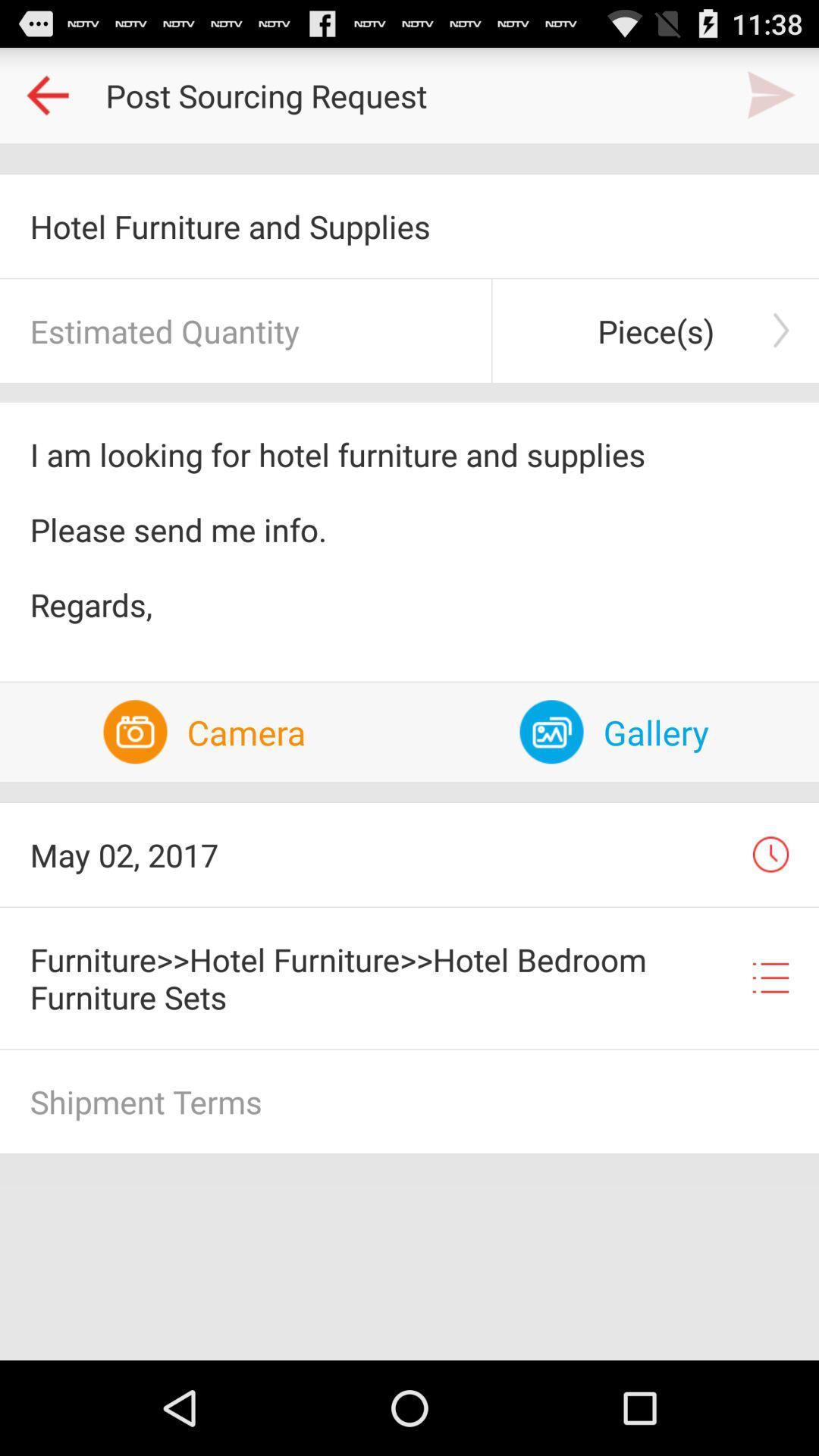  Describe the element at coordinates (409, 1101) in the screenshot. I see `shipment terms` at that location.